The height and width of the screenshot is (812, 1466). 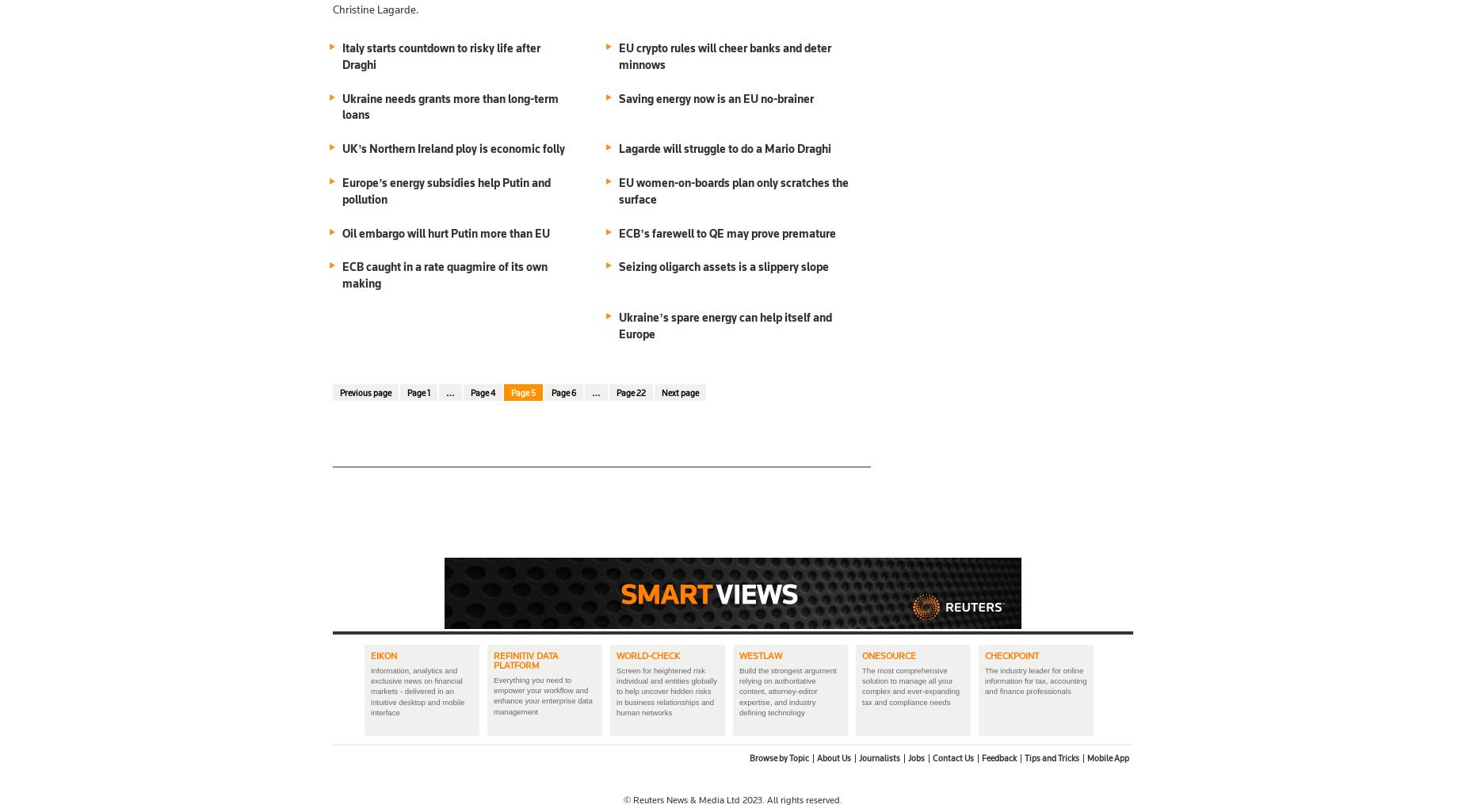 I want to click on 'About Us', so click(x=833, y=757).